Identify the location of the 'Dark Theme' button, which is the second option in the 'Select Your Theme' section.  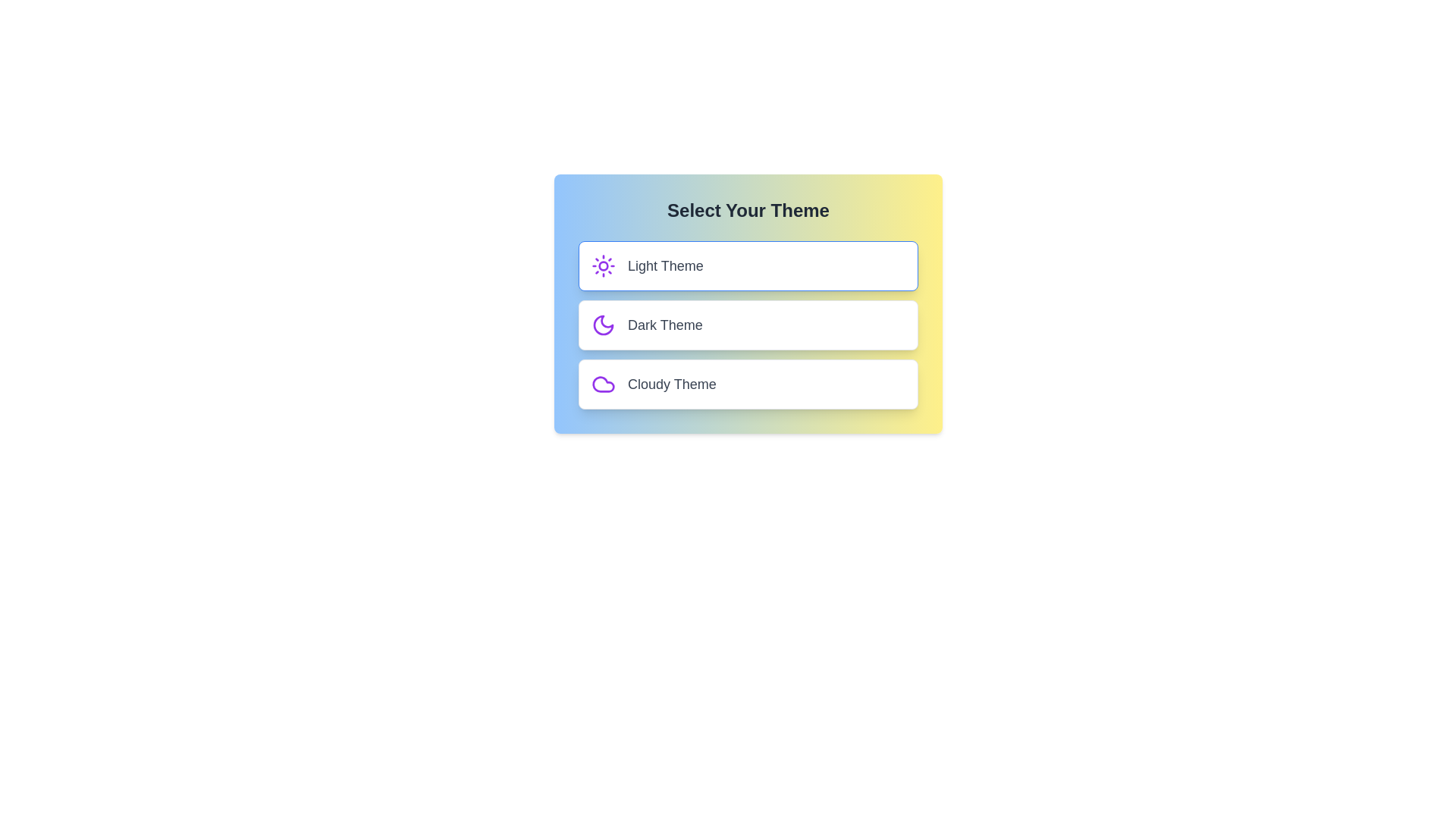
(748, 324).